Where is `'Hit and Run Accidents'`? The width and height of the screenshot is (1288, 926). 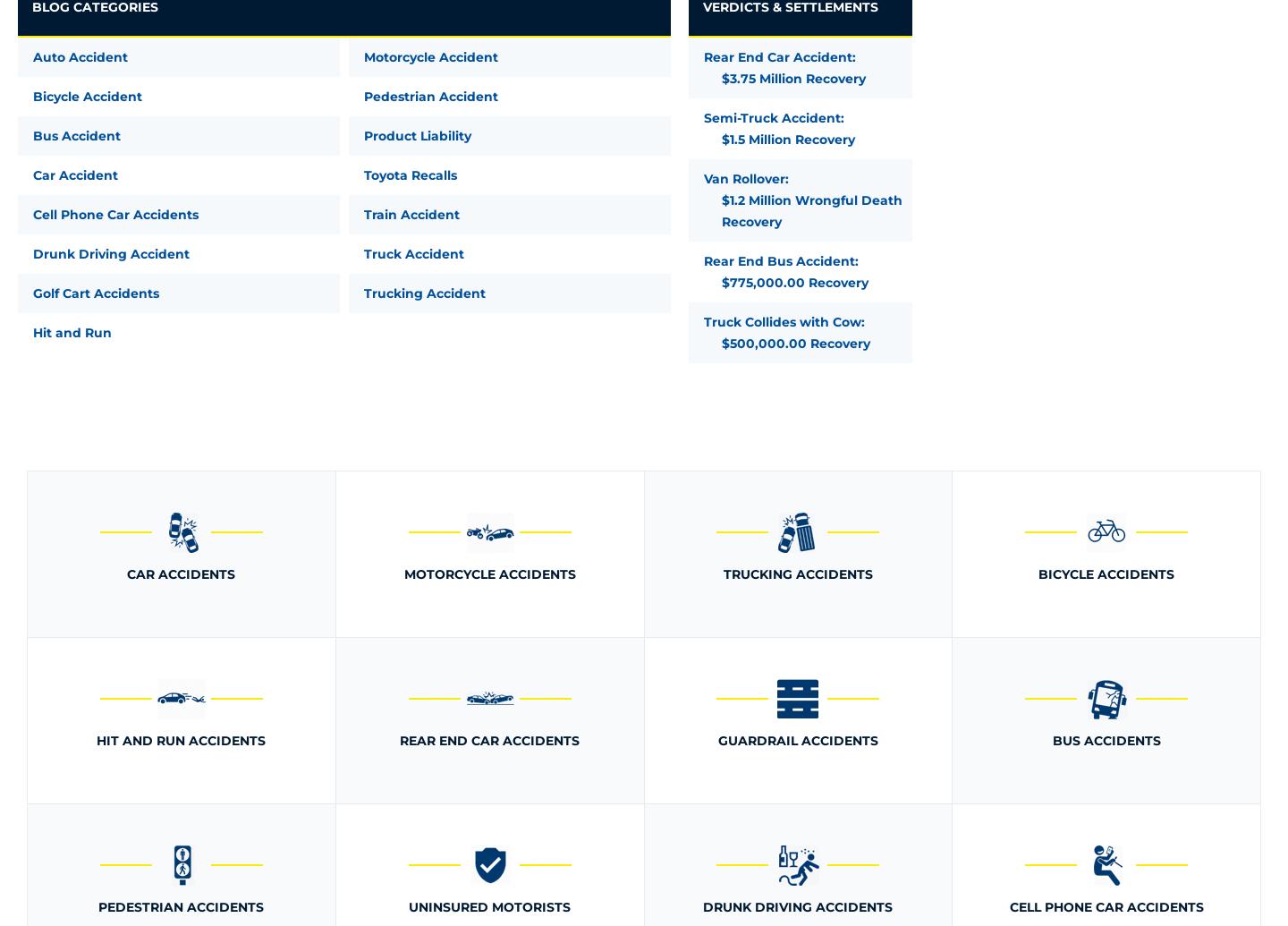 'Hit and Run Accidents' is located at coordinates (181, 740).